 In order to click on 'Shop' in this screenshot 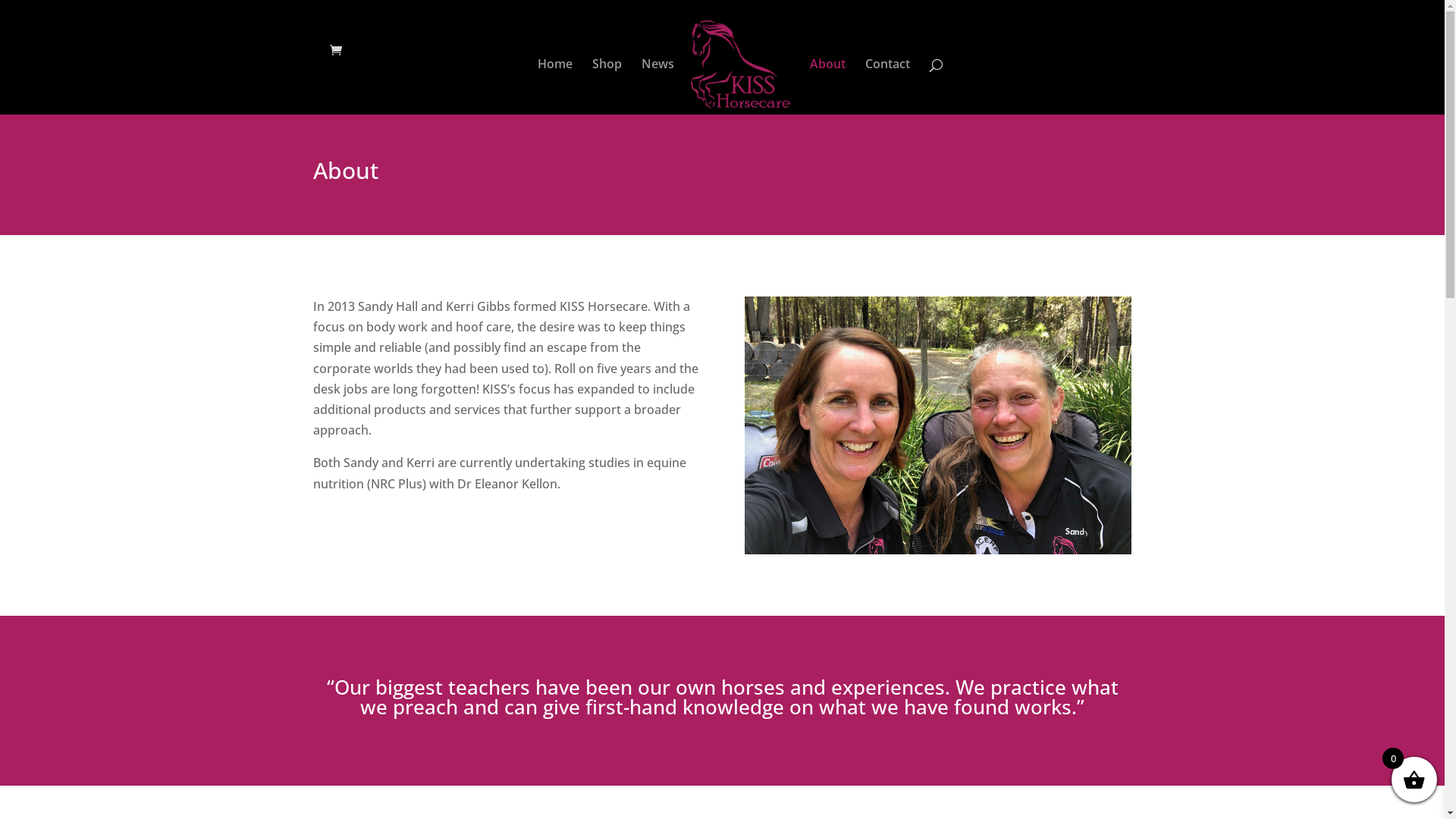, I will do `click(607, 86)`.